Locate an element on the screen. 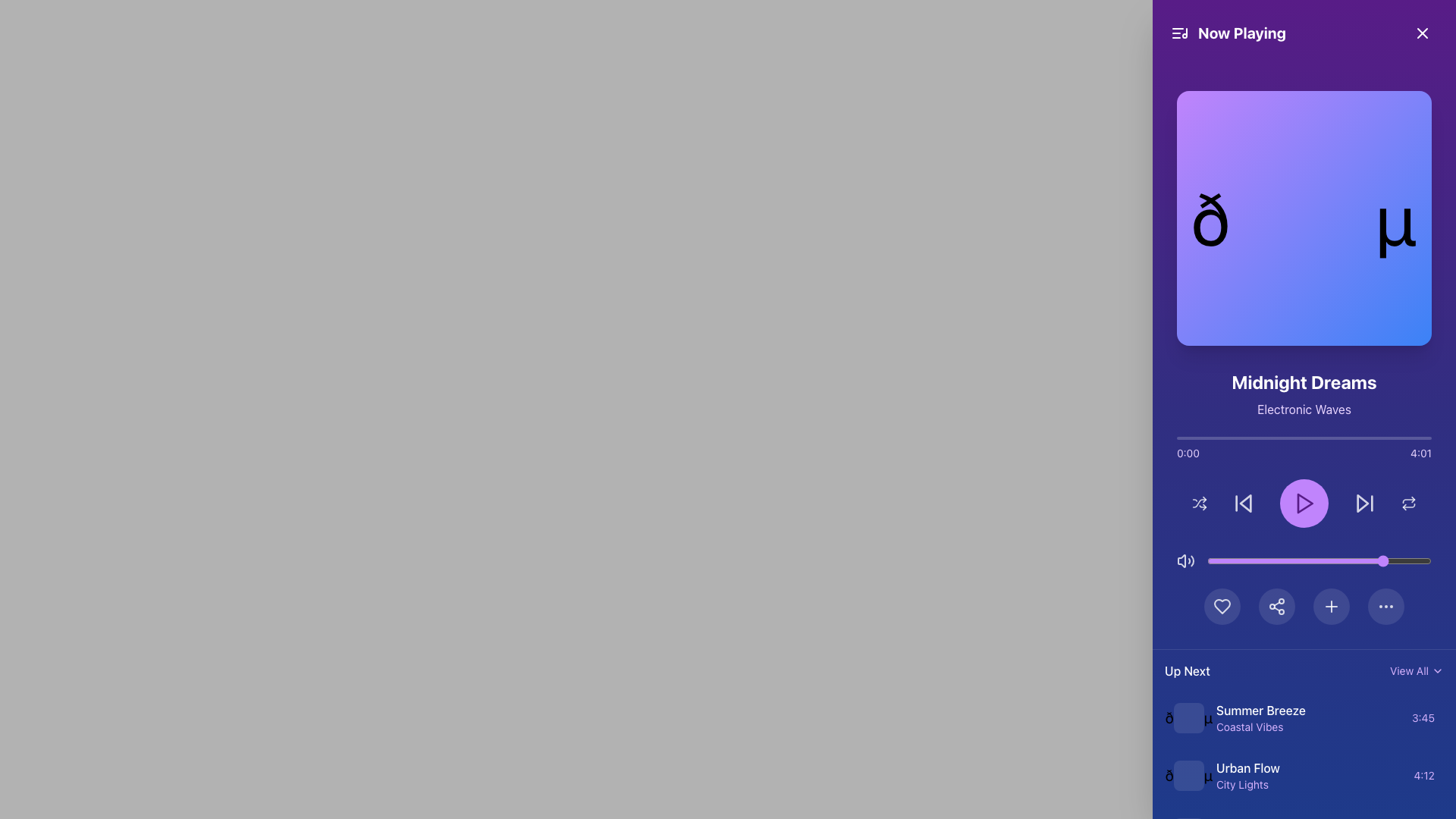 Image resolution: width=1456 pixels, height=819 pixels. the text label located beneath the 'Summer Breeze' text in the 'Up Next' section is located at coordinates (1307, 726).